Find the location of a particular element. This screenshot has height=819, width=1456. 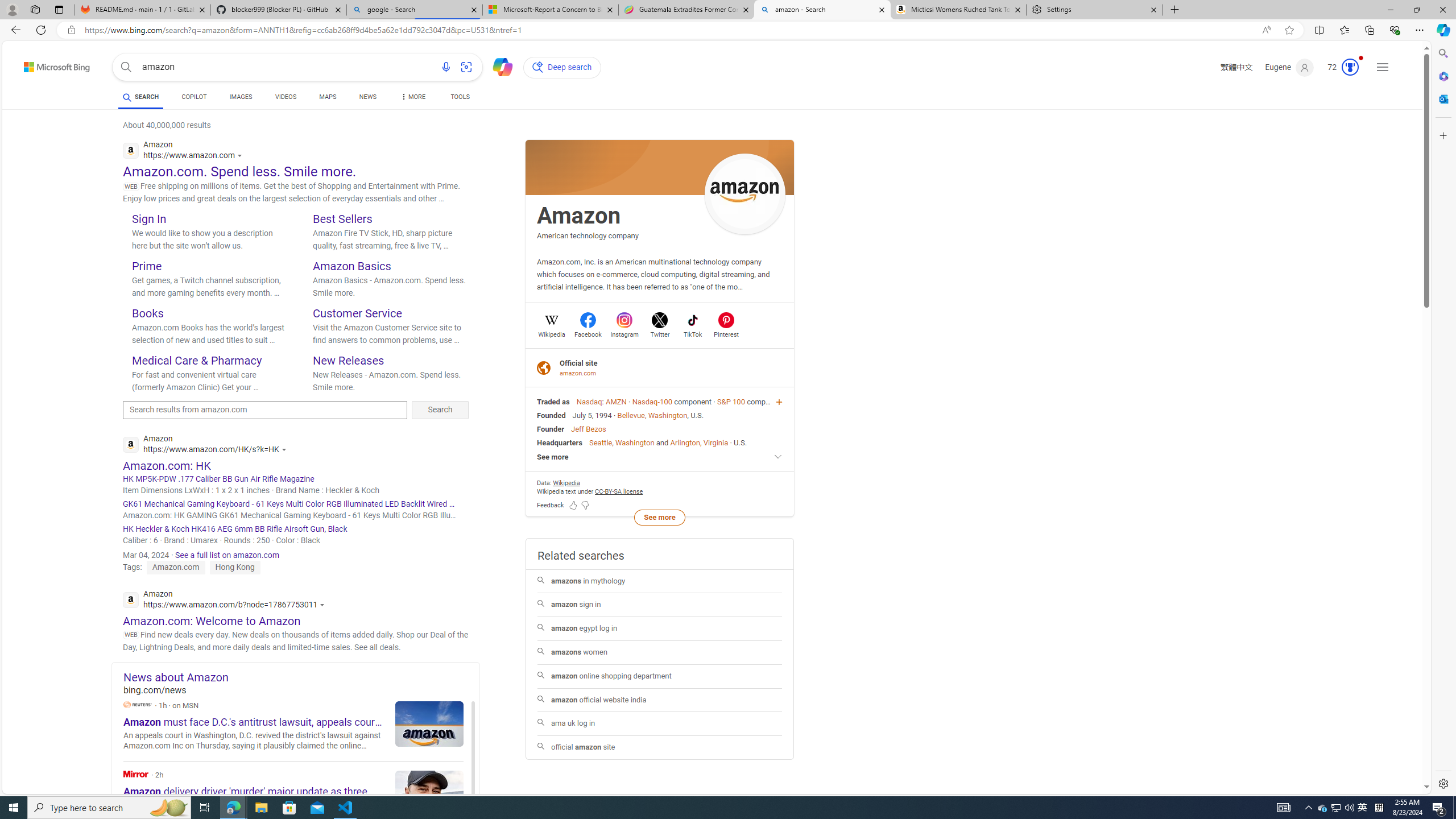

'Prime' is located at coordinates (146, 266).